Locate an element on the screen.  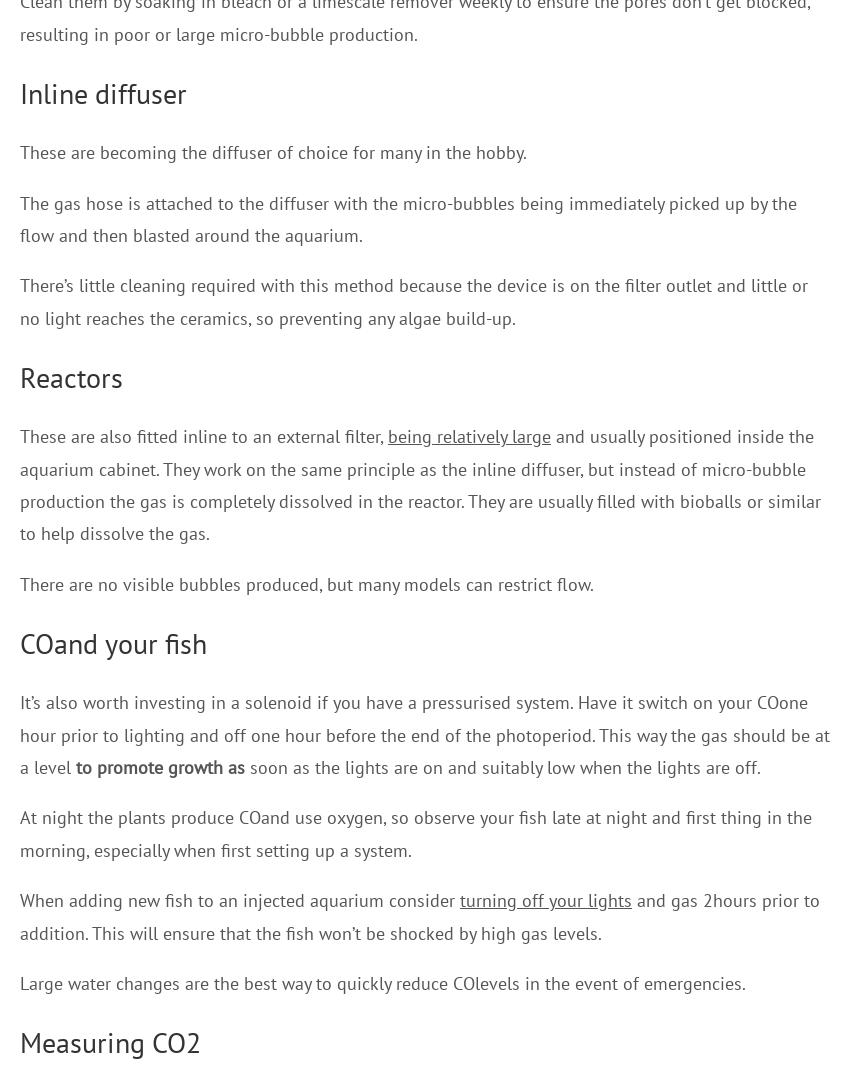
'and gas 2hours prior to addition. This will ensure that the fish won’t be shocked by high gas levels.' is located at coordinates (419, 916).